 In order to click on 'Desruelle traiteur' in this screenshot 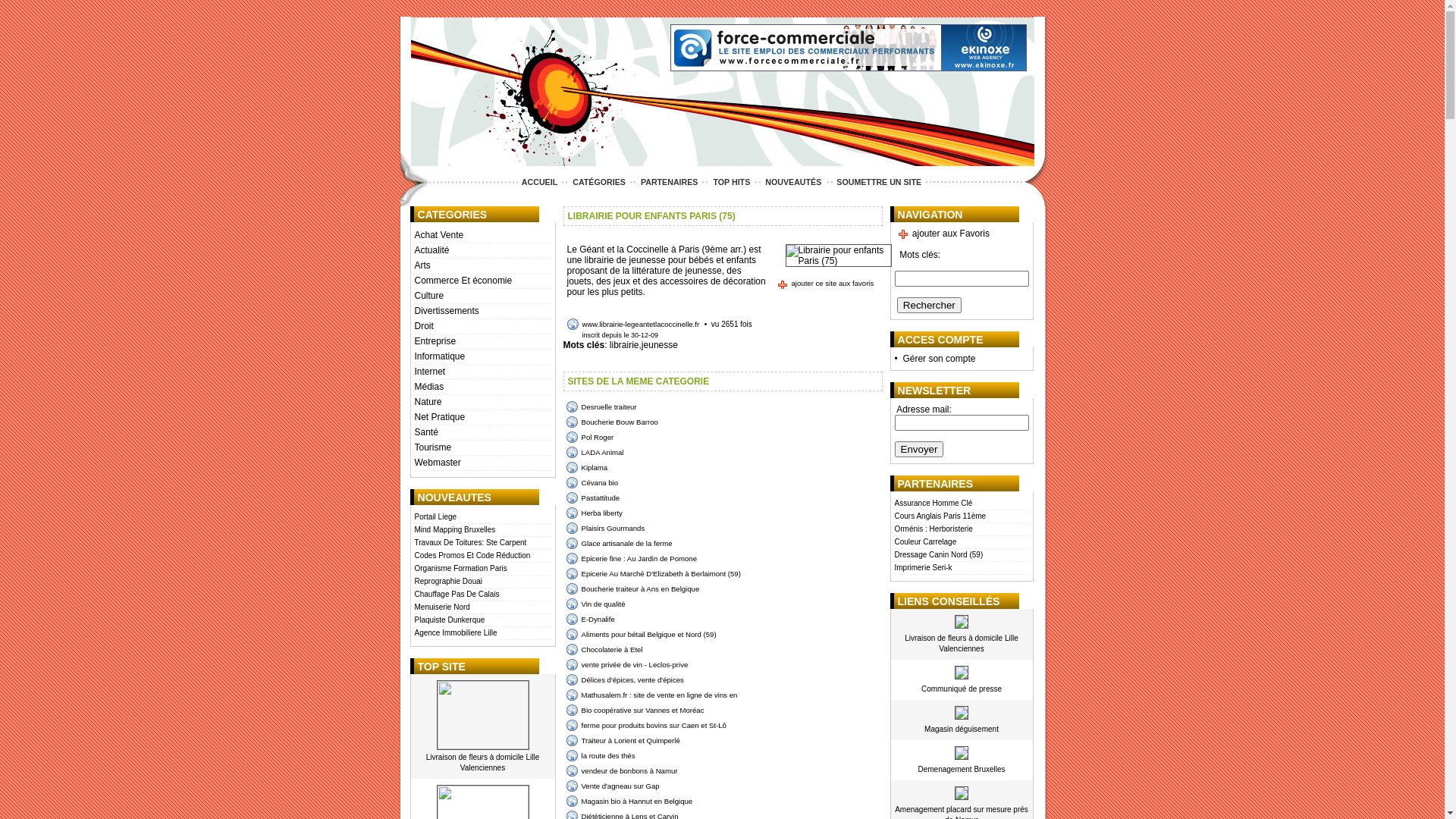, I will do `click(564, 406)`.